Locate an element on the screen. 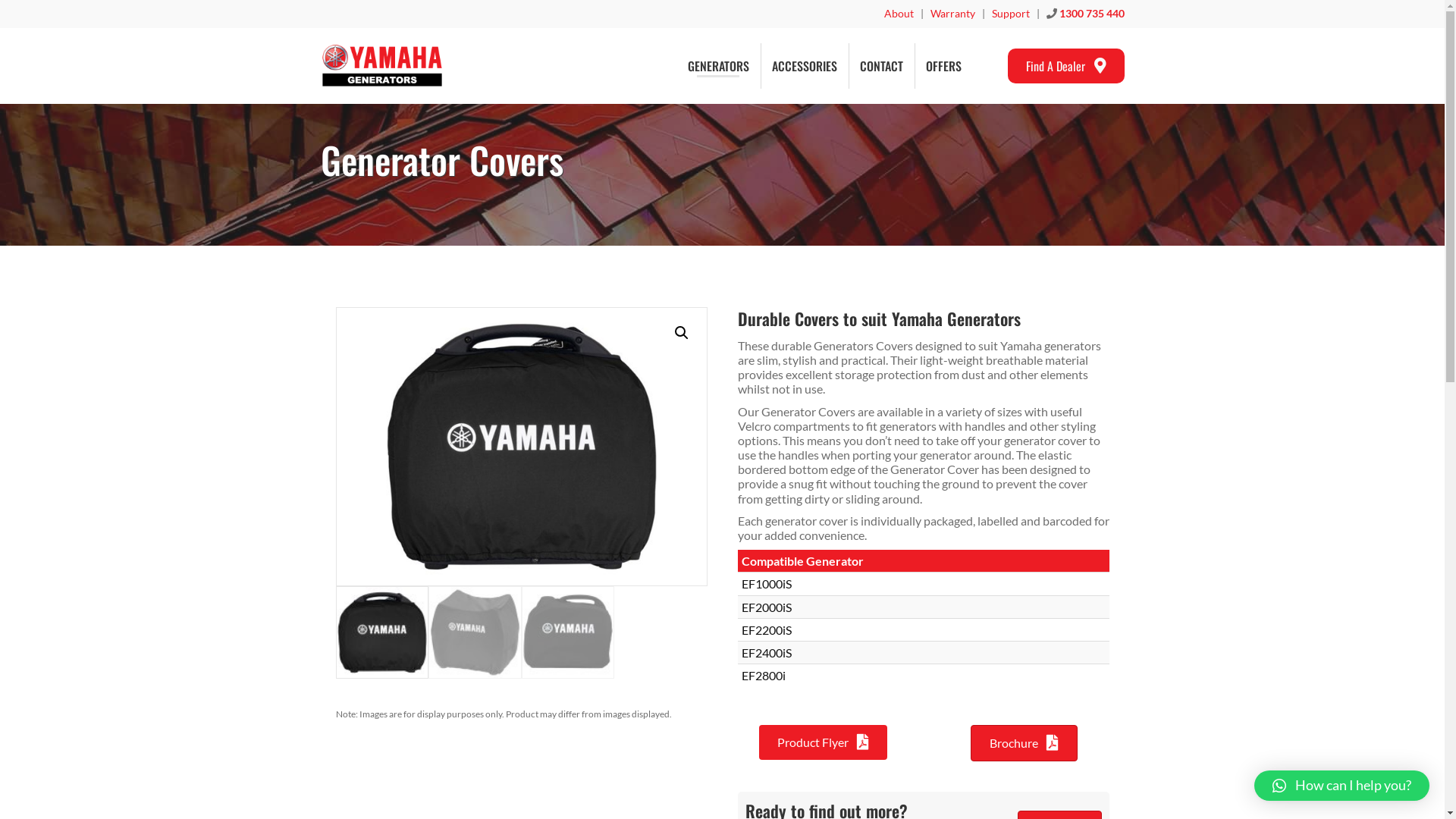 This screenshot has width=1456, height=819. 'Brochure' is located at coordinates (1024, 742).